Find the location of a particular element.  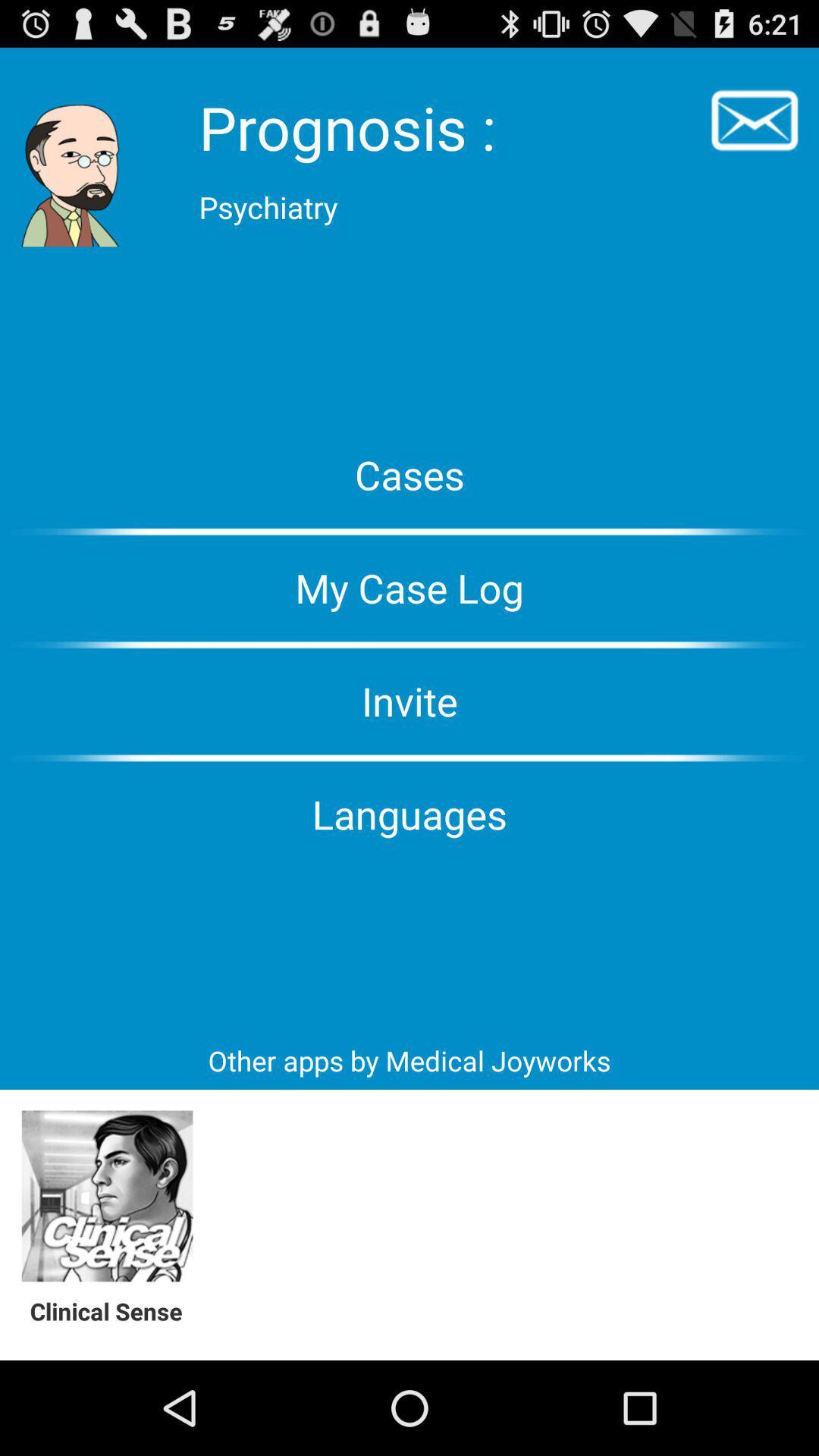

icon above clinical sense is located at coordinates (106, 1196).